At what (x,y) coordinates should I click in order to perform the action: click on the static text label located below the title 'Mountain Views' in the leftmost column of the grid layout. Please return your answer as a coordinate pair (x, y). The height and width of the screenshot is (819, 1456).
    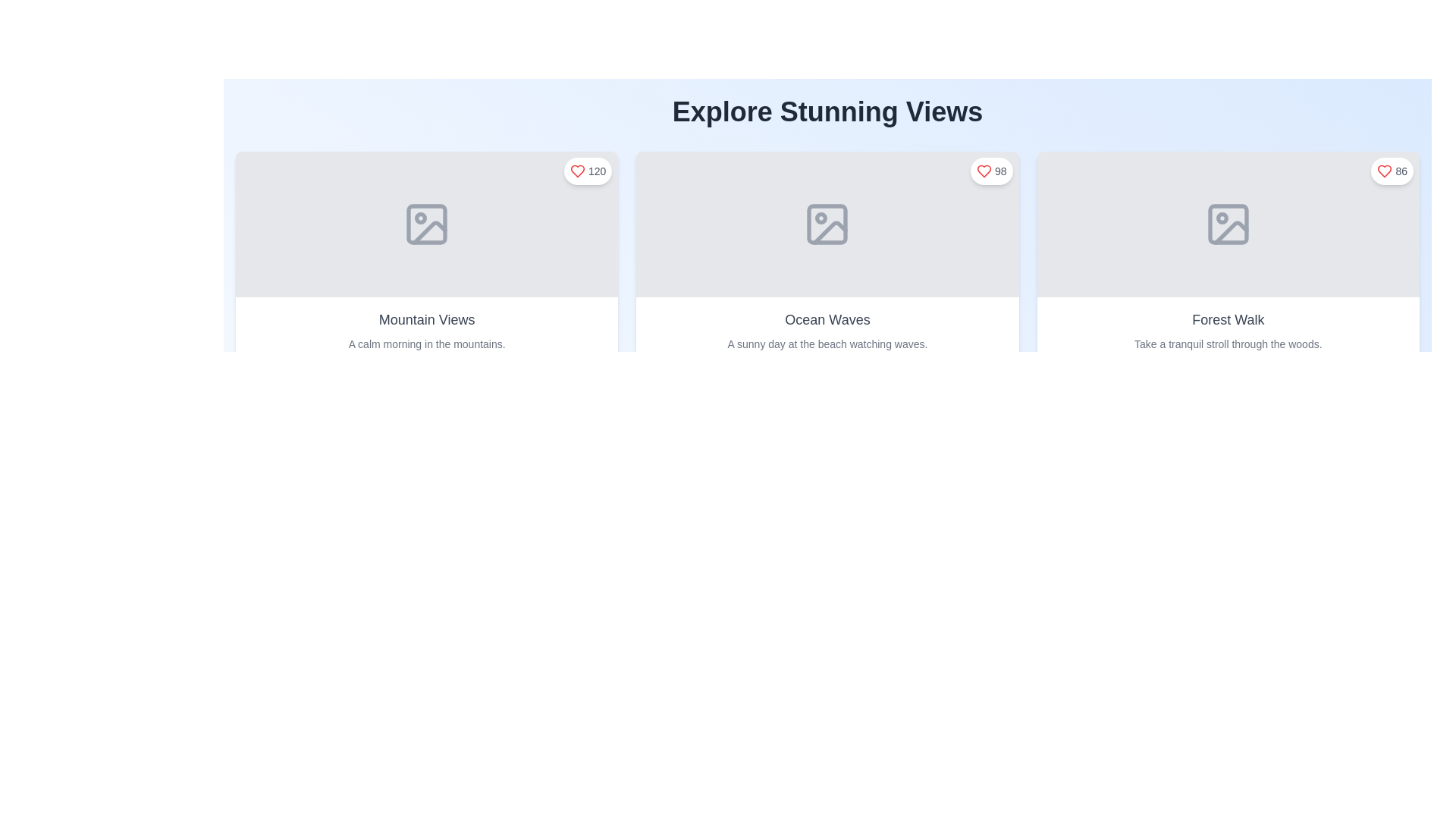
    Looking at the image, I should click on (426, 344).